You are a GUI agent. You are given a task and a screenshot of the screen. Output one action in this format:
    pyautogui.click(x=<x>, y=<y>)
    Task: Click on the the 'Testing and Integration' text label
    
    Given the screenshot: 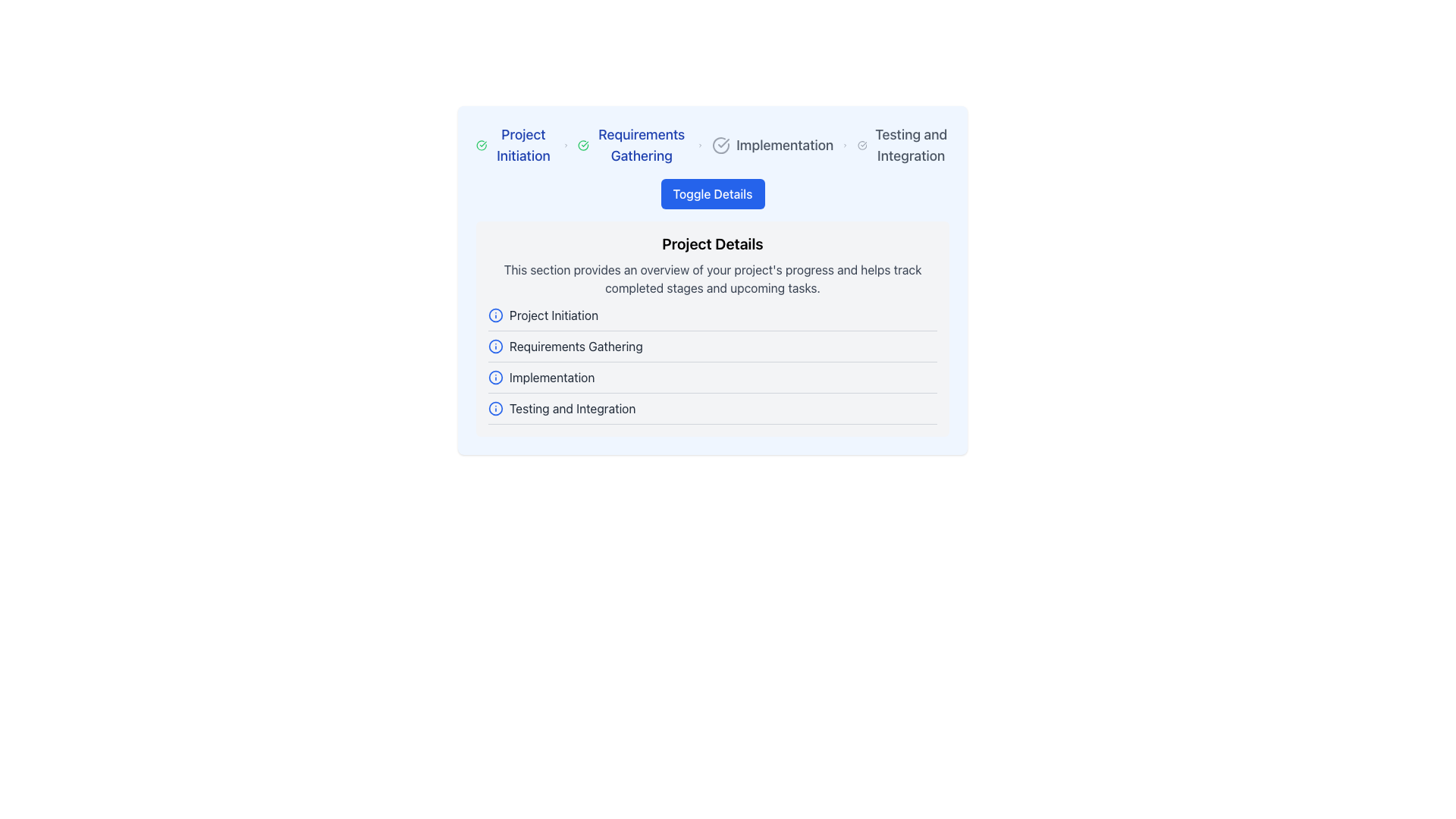 What is the action you would take?
    pyautogui.click(x=572, y=408)
    